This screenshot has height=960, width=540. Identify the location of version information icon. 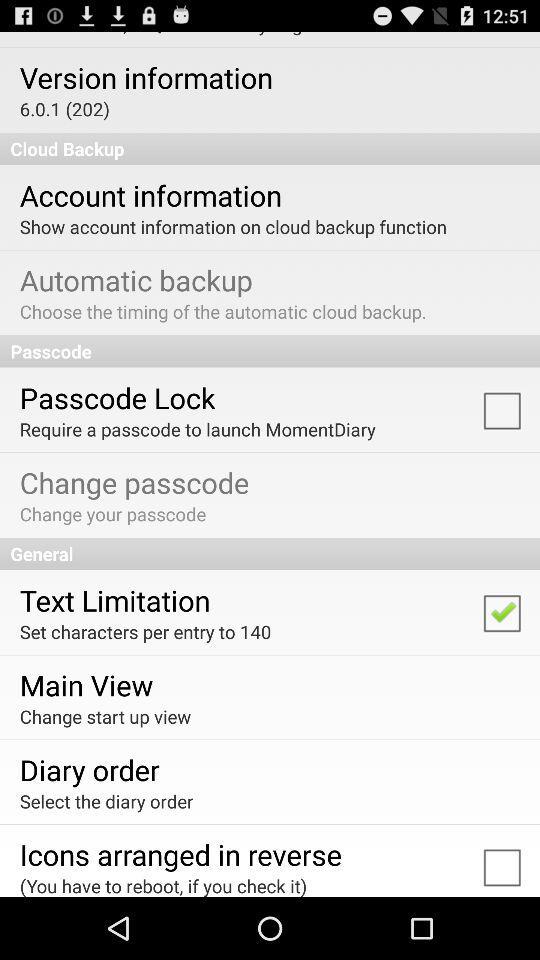
(145, 77).